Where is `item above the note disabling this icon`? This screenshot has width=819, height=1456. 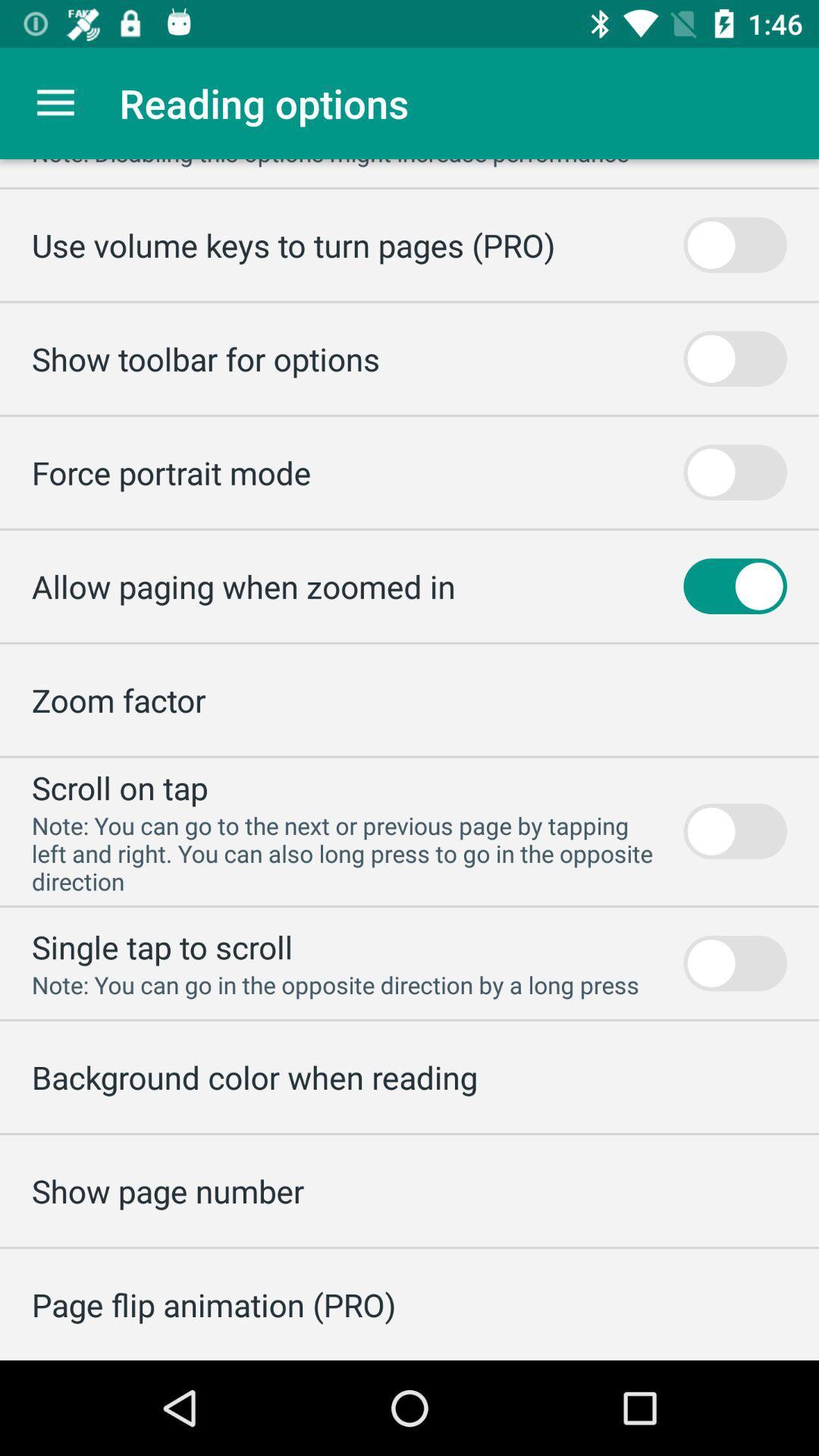
item above the note disabling this icon is located at coordinates (55, 102).